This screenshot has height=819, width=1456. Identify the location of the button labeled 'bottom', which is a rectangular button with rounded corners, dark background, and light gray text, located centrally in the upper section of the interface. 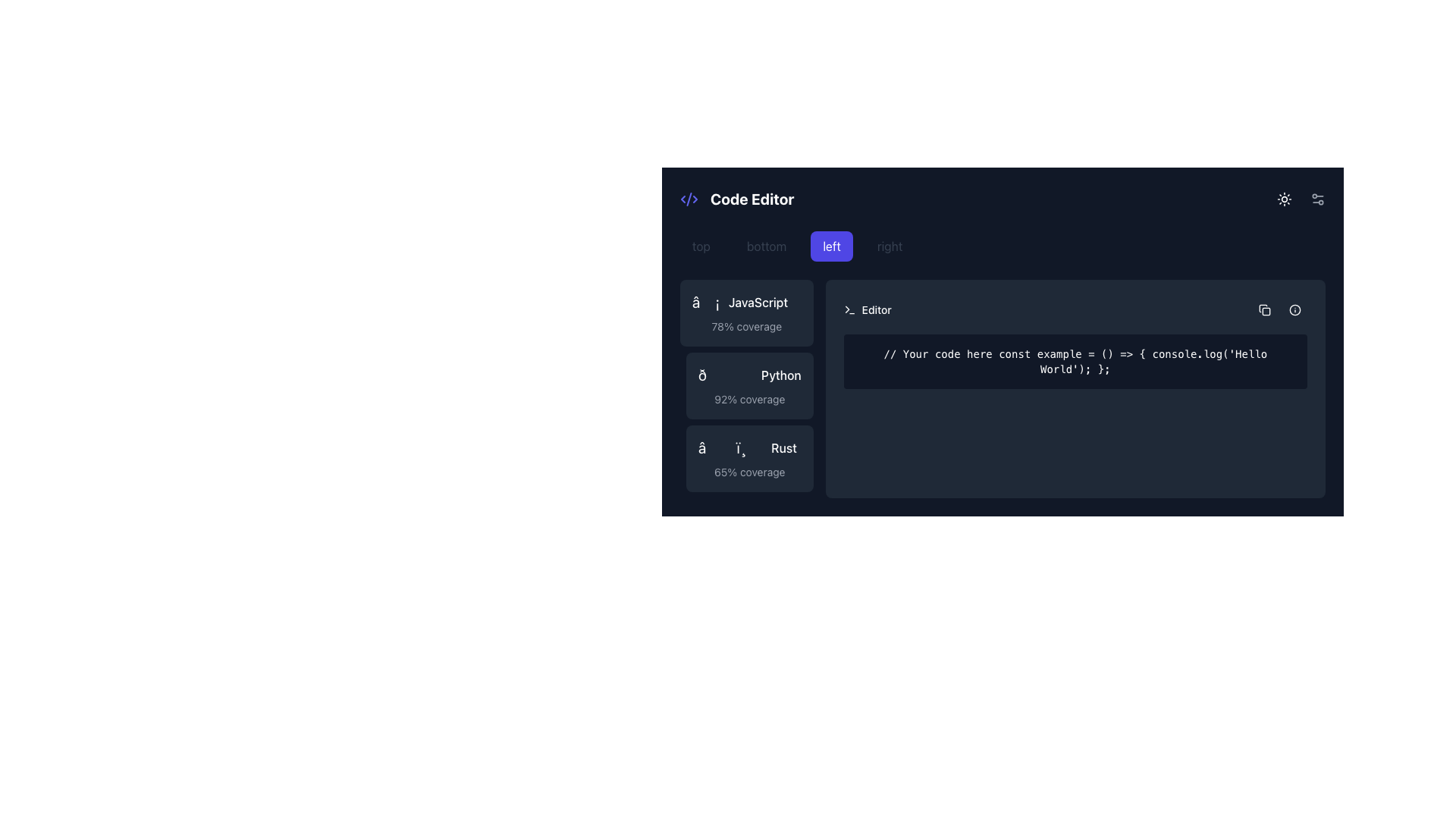
(767, 245).